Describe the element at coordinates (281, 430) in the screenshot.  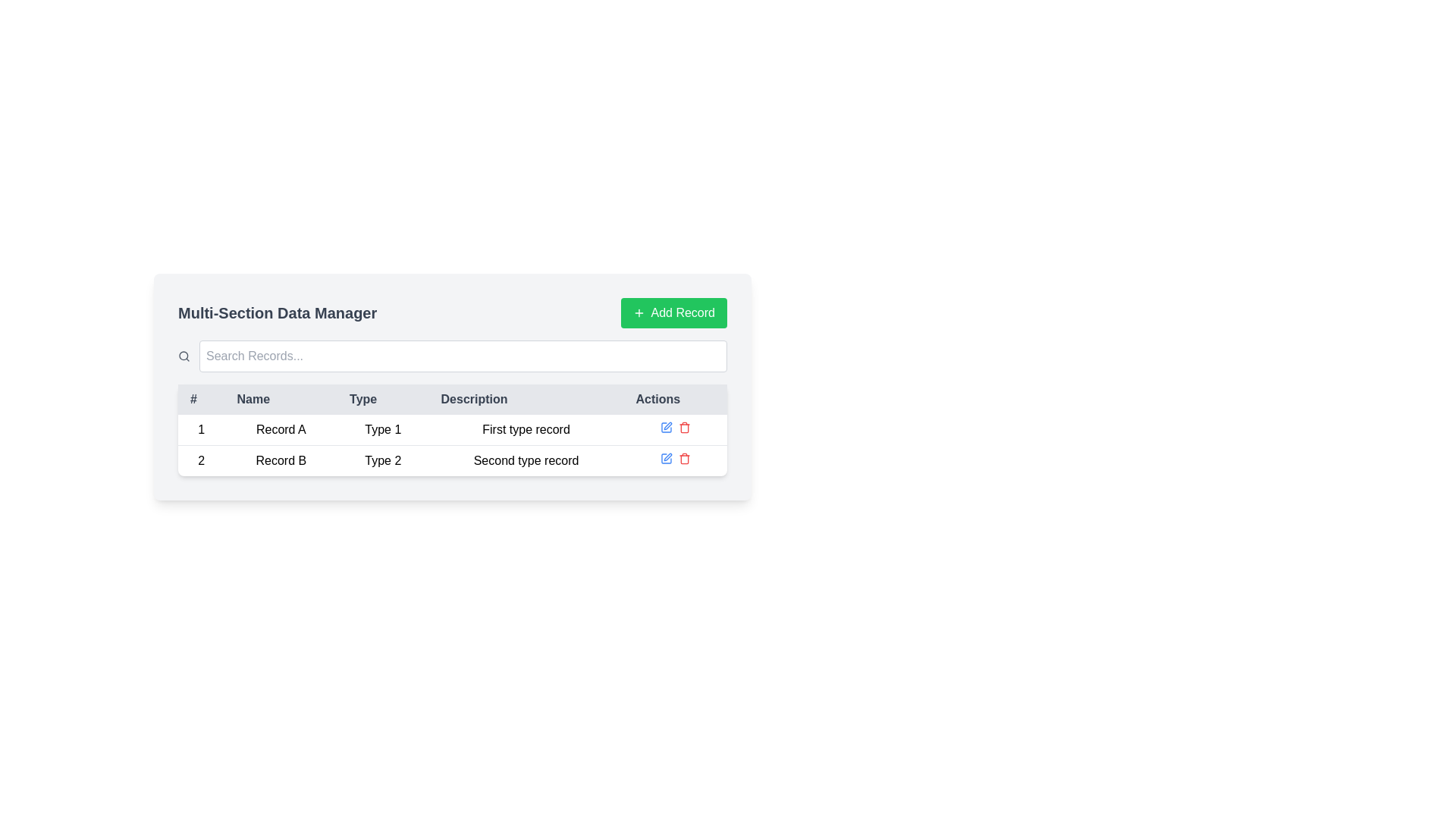
I see `the text label displaying 'Record A' in the second column of the first row under the 'Name' column` at that location.